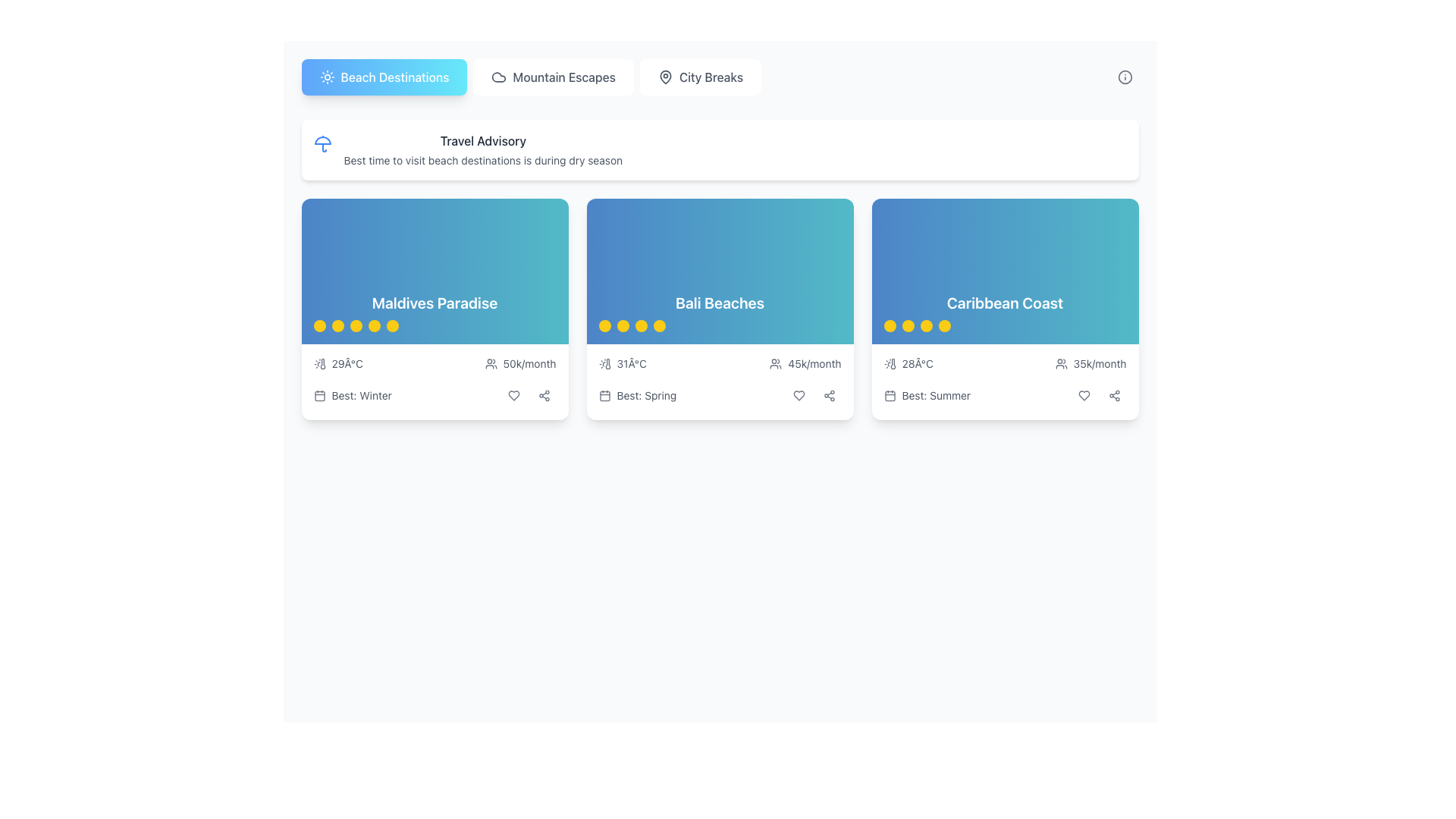 The width and height of the screenshot is (1456, 819). I want to click on the interactive button with a heart icon located in the bottom right corner of the 'Caribbean Coast' card to mark it as a favorite, so click(1083, 394).